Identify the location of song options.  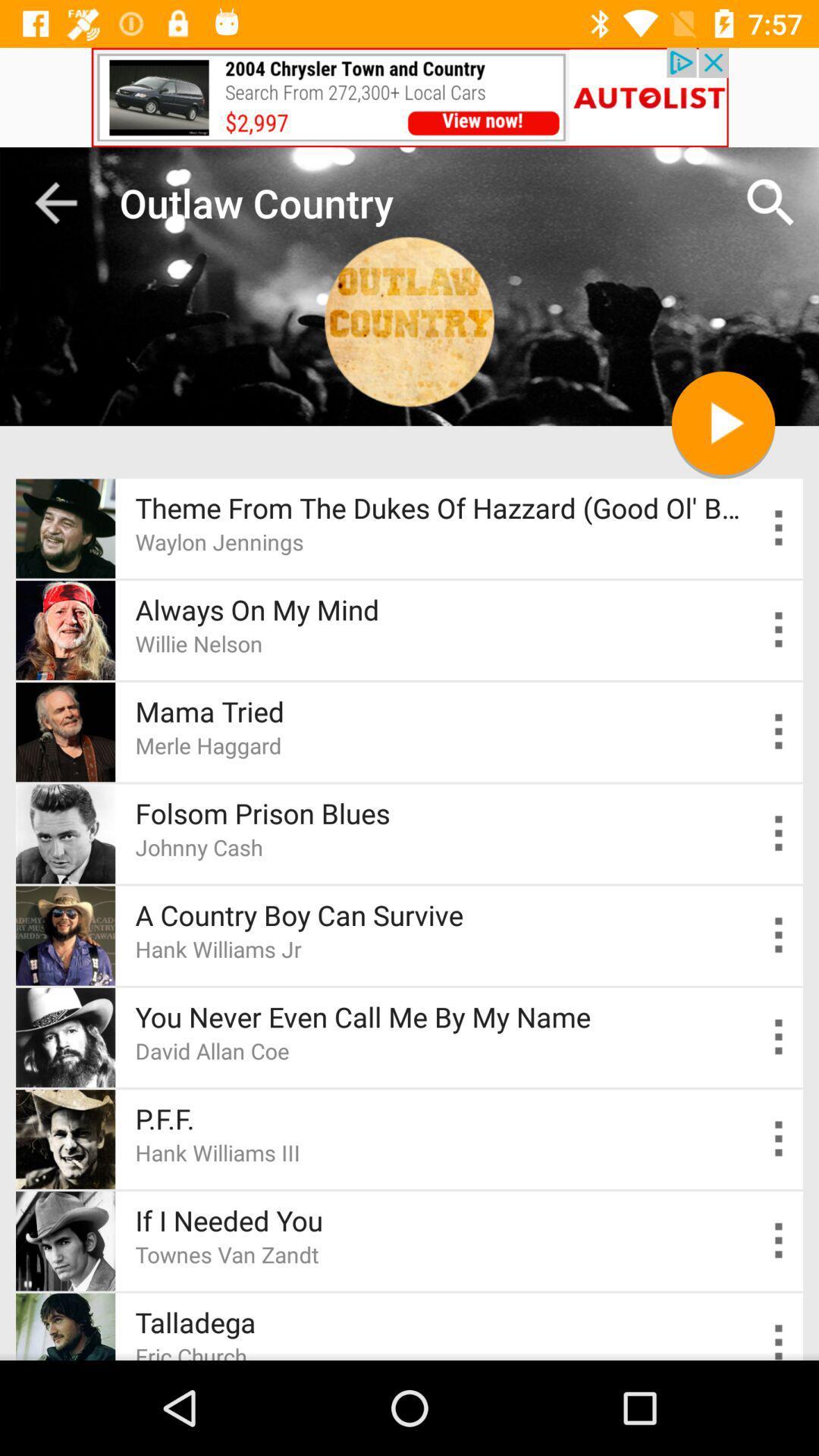
(779, 629).